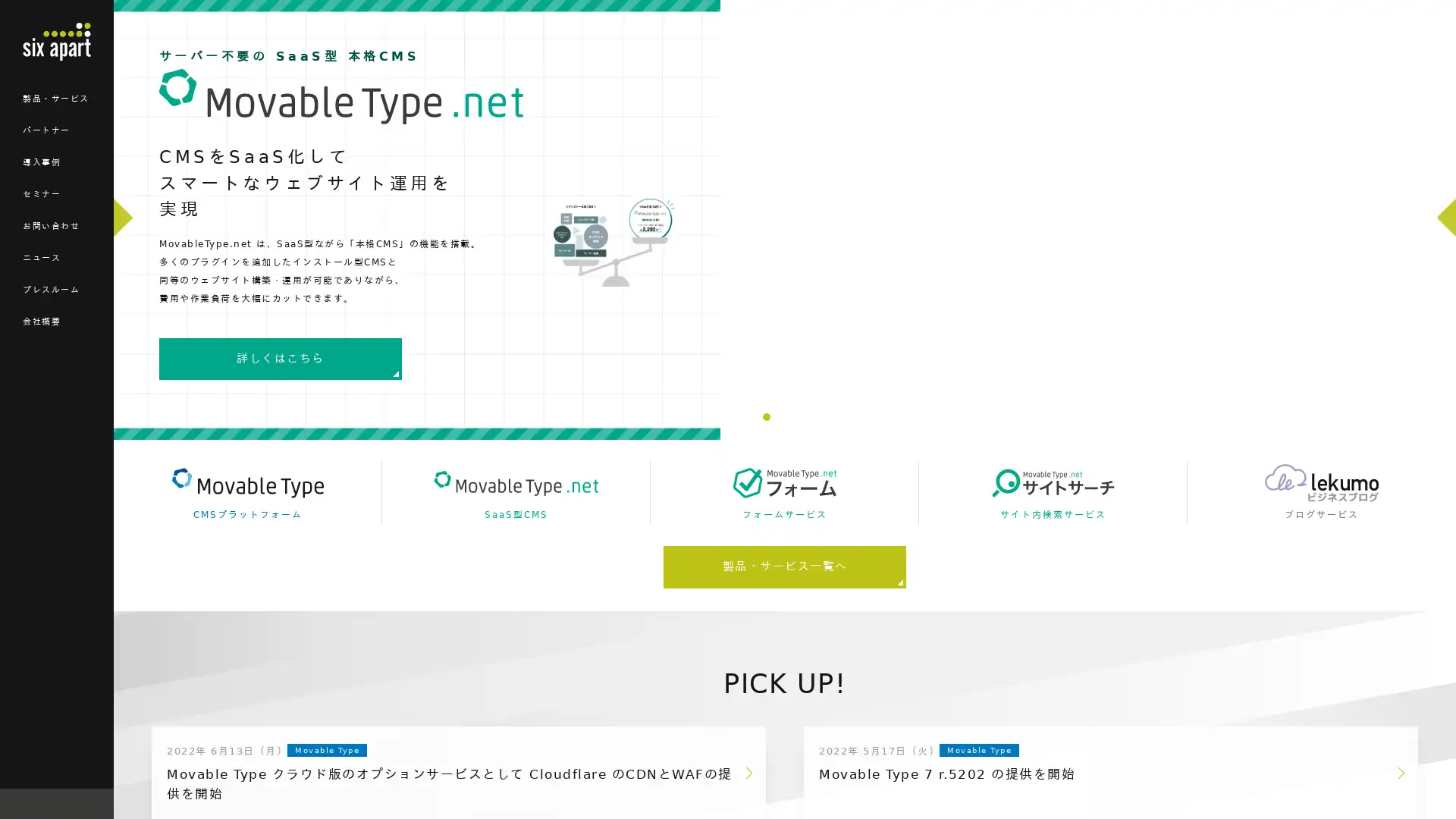  Describe the element at coordinates (779, 417) in the screenshot. I see `2` at that location.